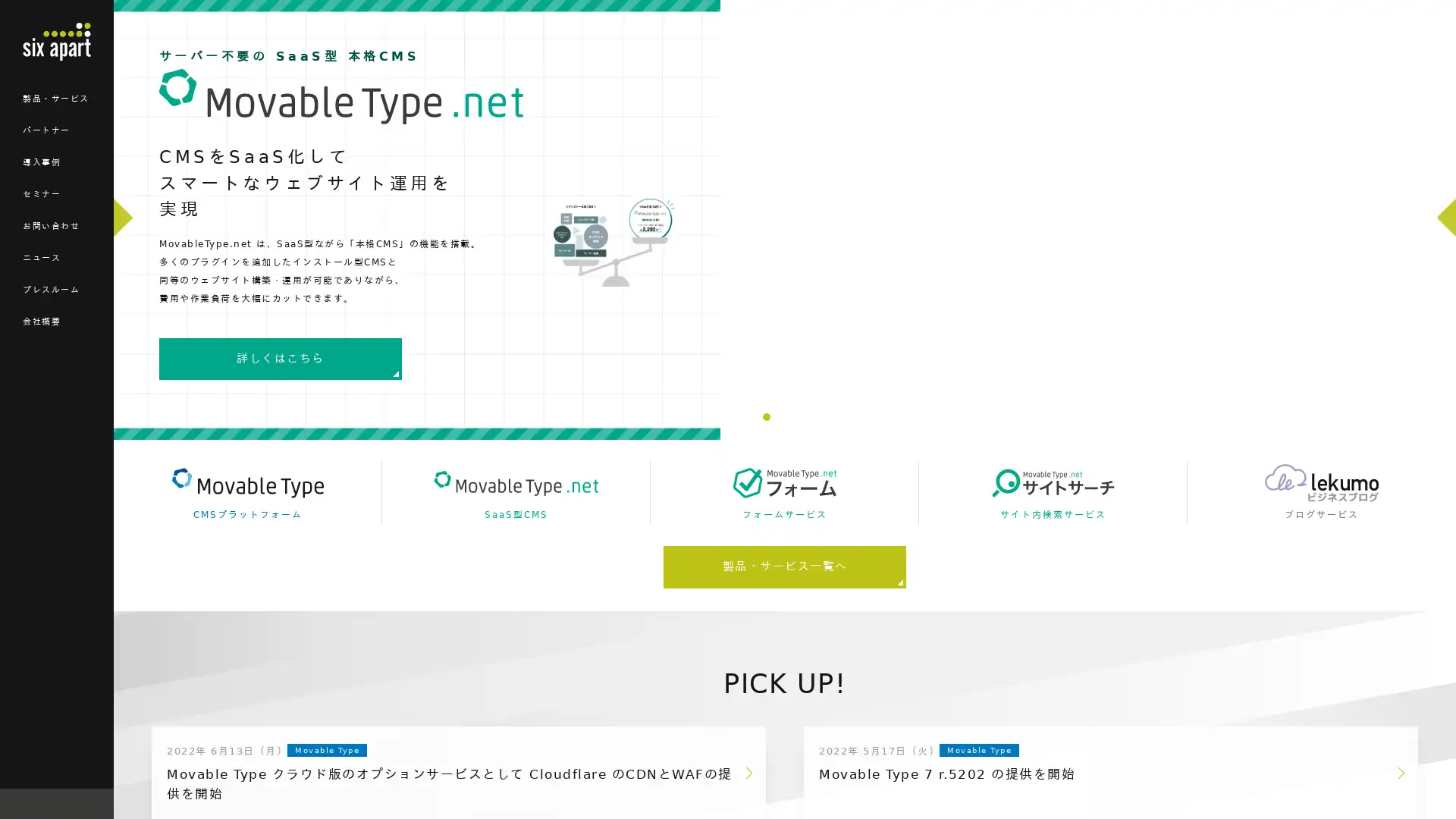  Describe the element at coordinates (779, 417) in the screenshot. I see `2` at that location.